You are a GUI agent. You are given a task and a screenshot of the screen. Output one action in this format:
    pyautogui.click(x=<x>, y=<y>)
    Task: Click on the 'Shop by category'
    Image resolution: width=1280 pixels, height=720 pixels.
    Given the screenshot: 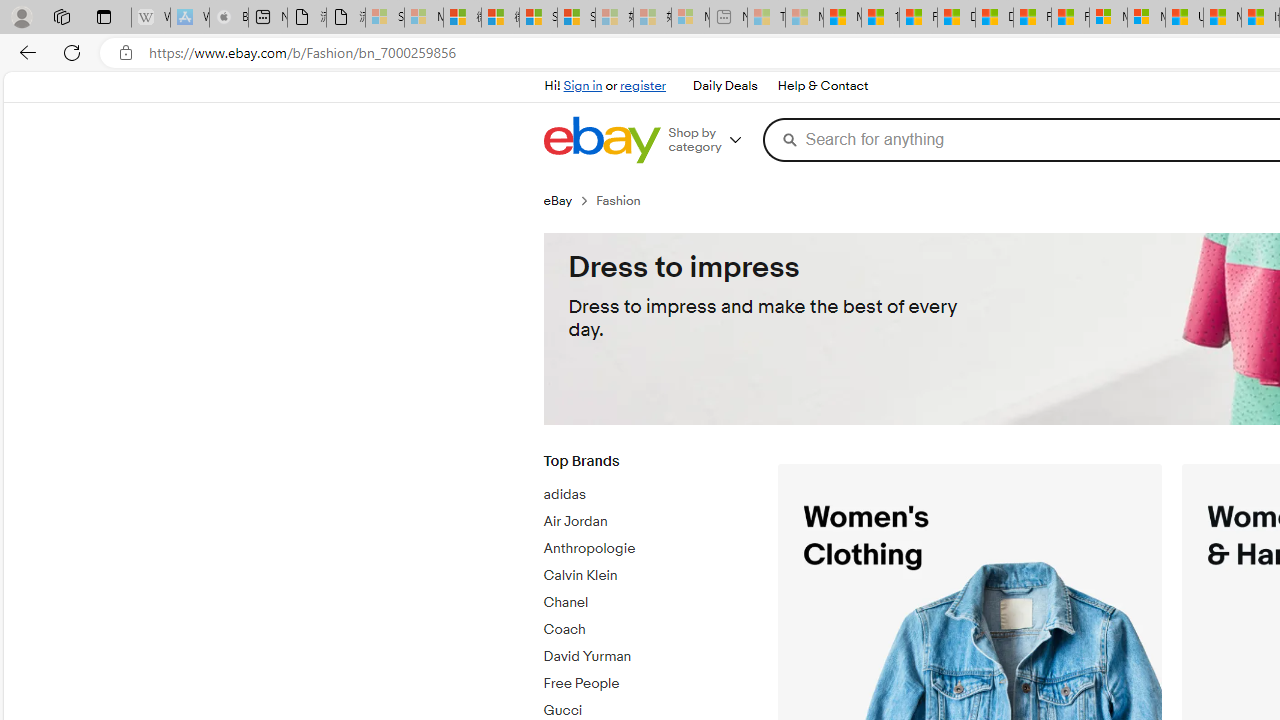 What is the action you would take?
    pyautogui.click(x=712, y=139)
    